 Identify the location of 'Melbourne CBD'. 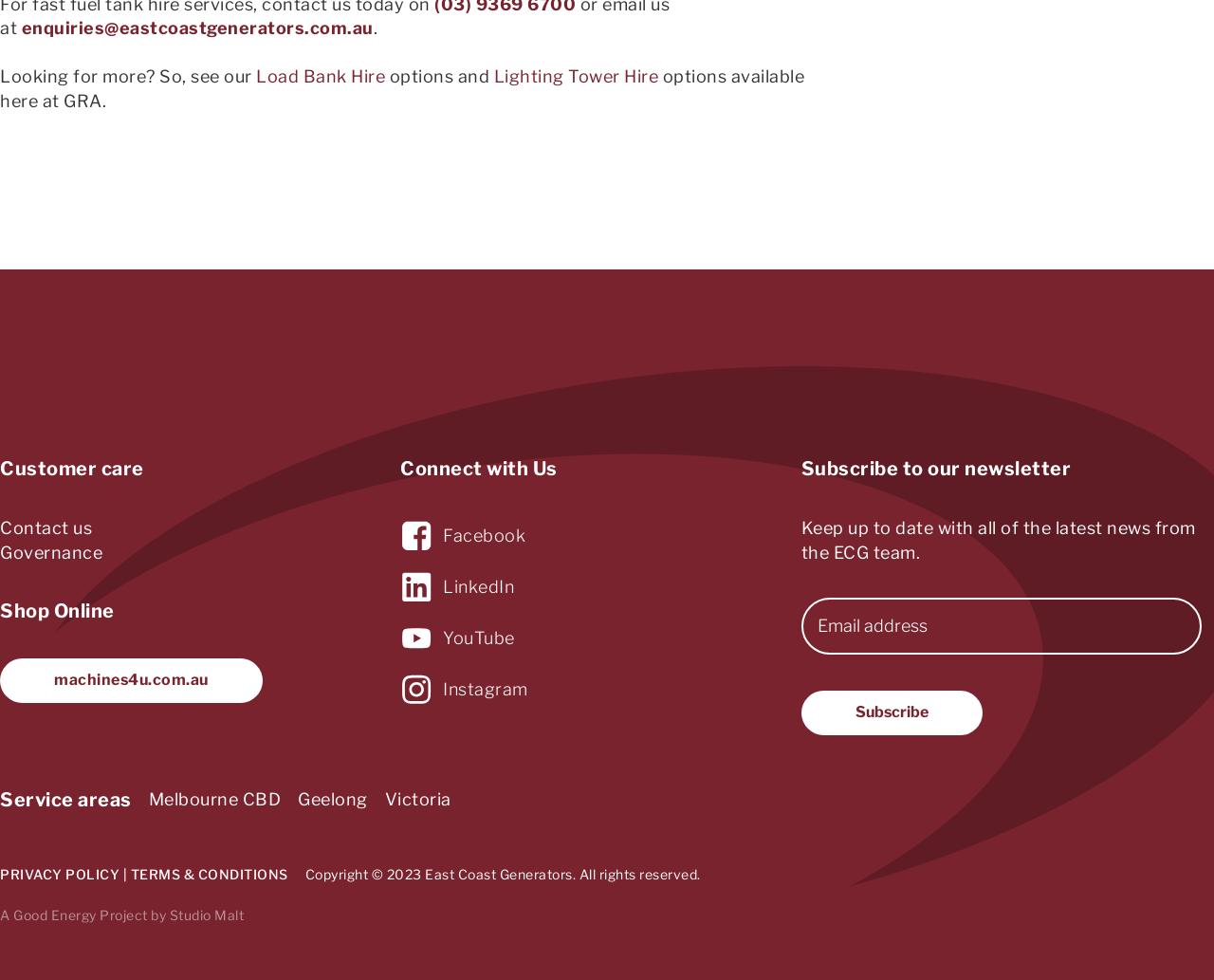
(214, 799).